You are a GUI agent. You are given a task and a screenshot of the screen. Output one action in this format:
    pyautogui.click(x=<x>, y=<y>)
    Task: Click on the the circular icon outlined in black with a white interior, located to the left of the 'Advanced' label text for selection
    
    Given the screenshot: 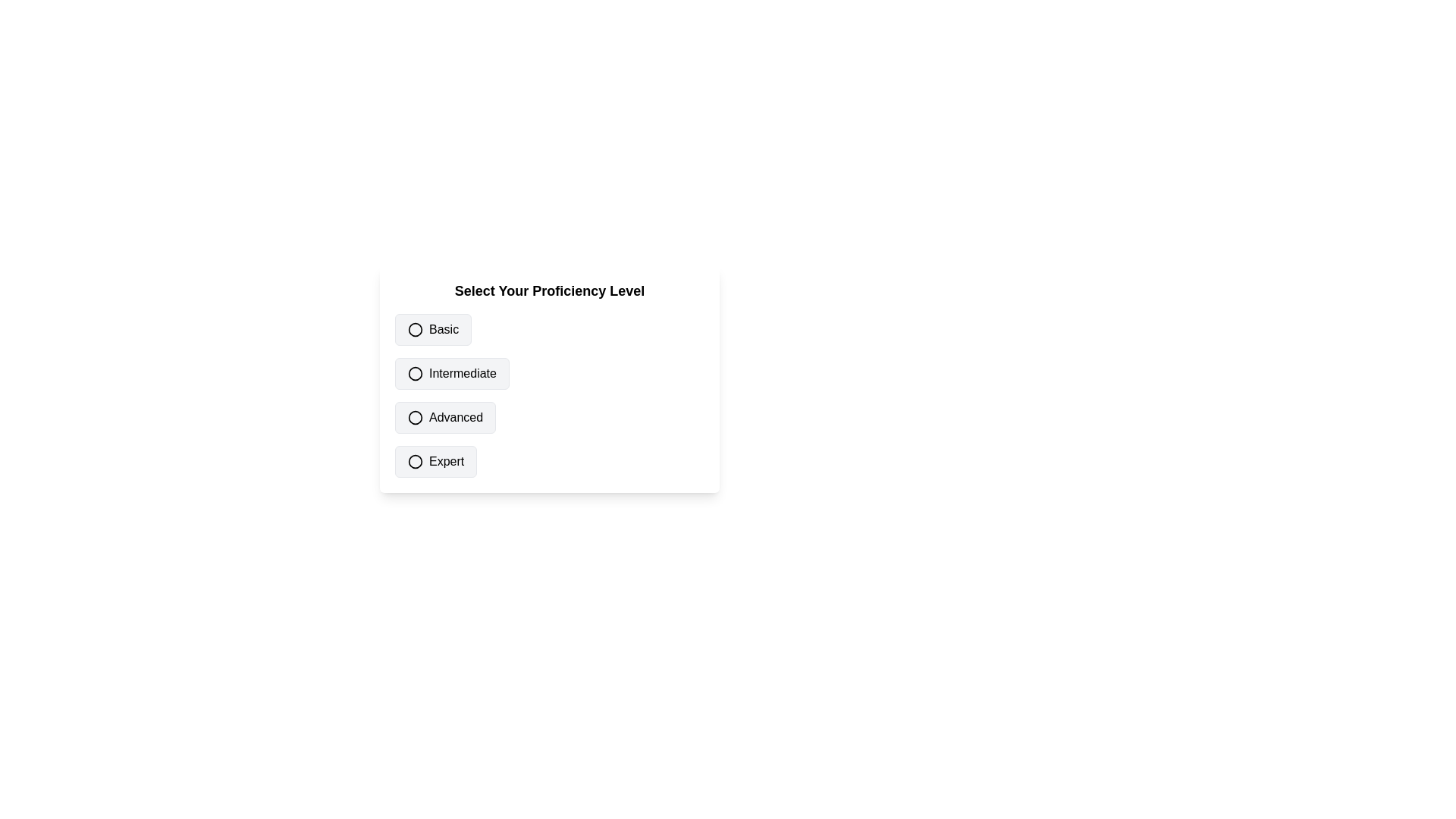 What is the action you would take?
    pyautogui.click(x=415, y=418)
    